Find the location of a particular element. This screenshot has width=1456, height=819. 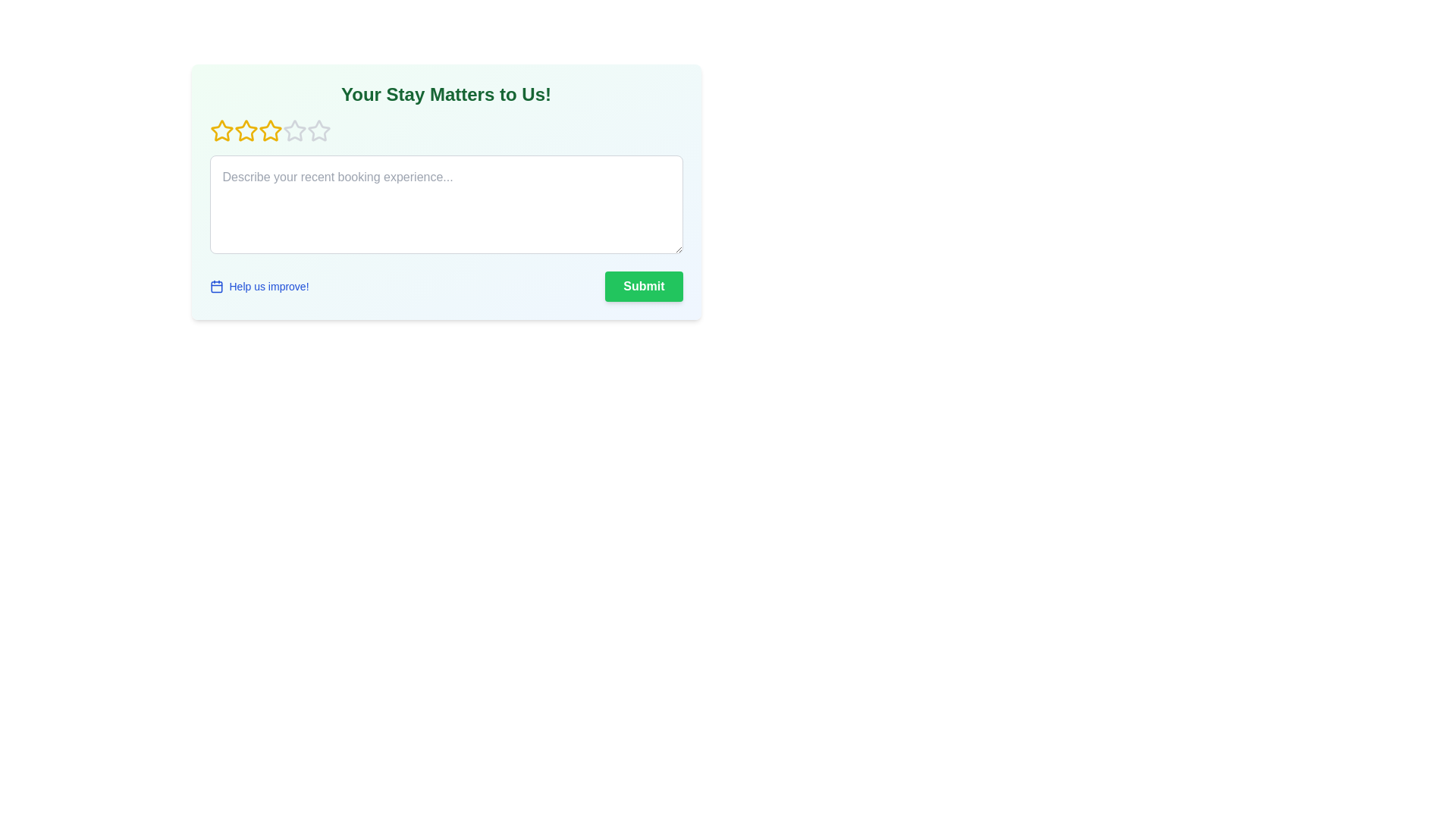

the 'Help us improve!' link is located at coordinates (259, 287).